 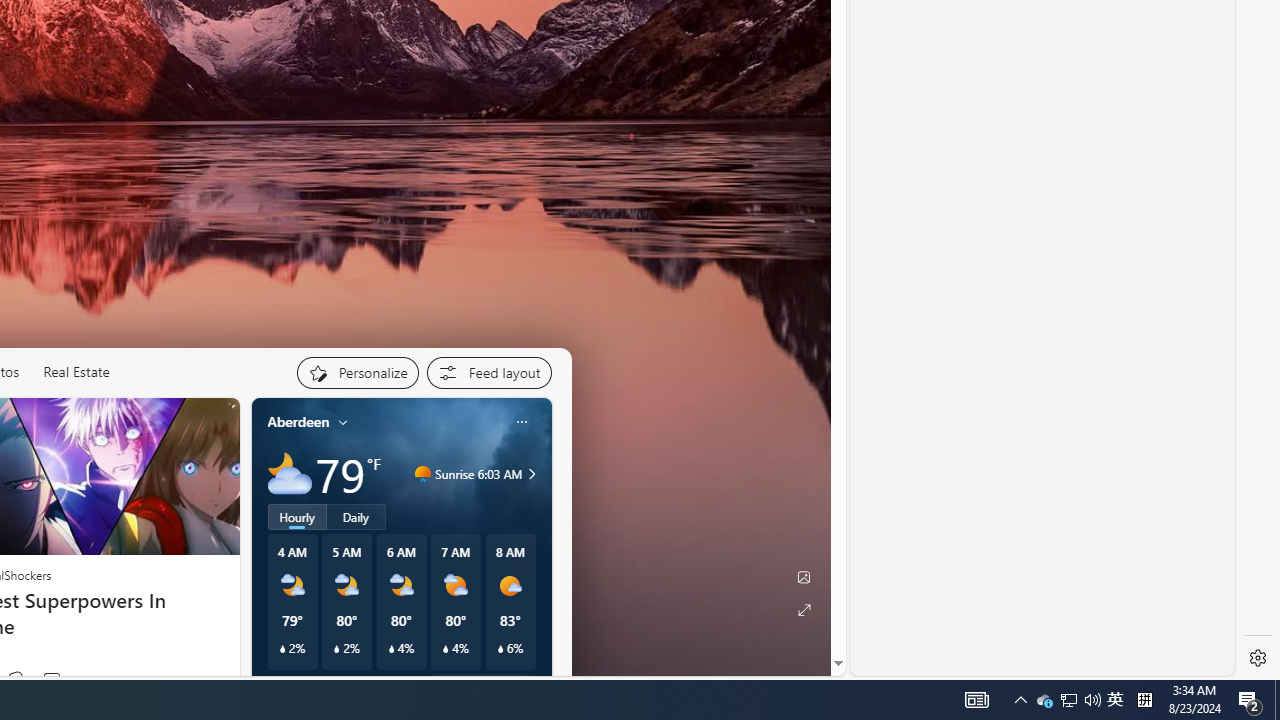 What do you see at coordinates (297, 421) in the screenshot?
I see `'Aberdeen'` at bounding box center [297, 421].